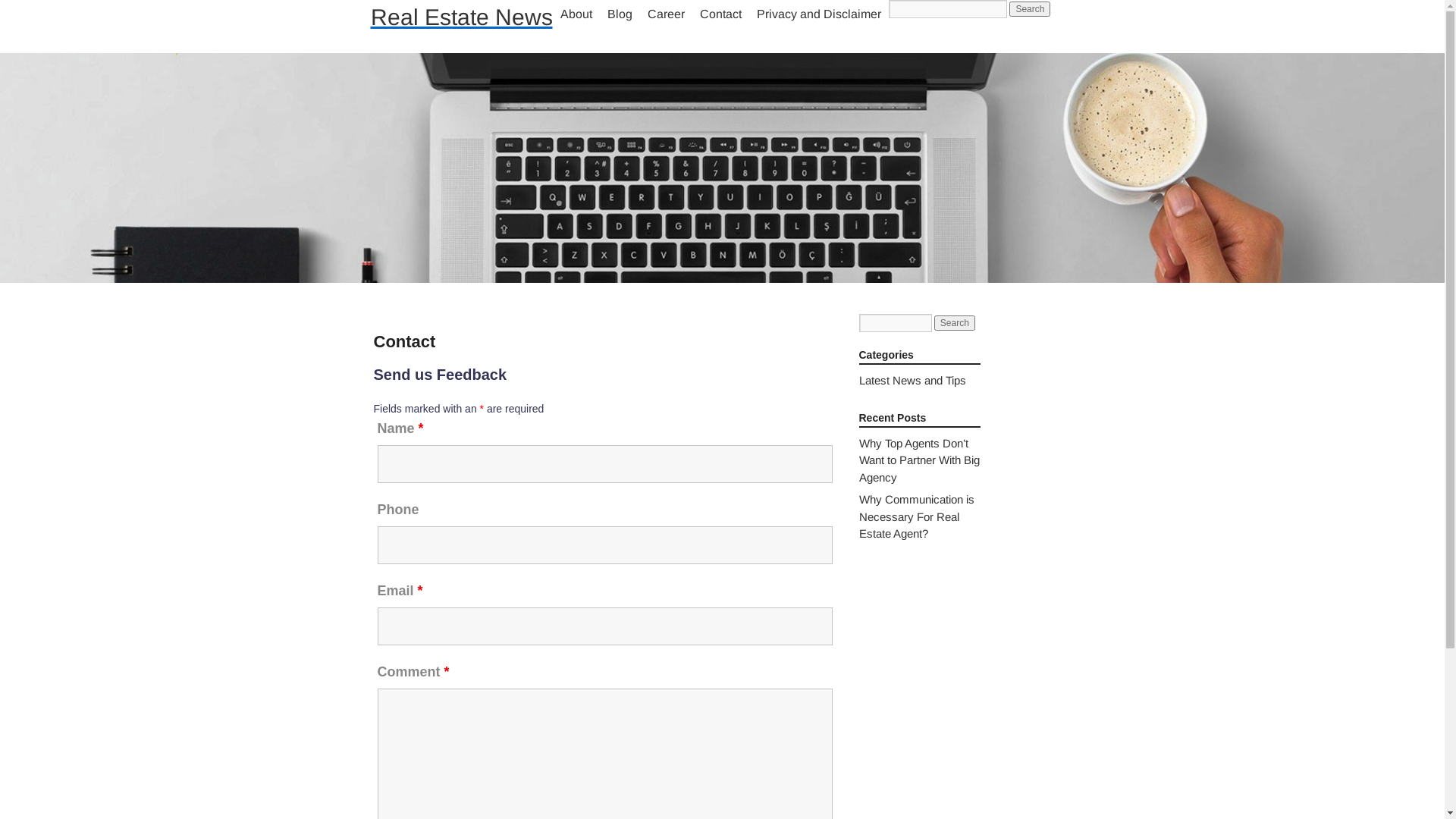 The width and height of the screenshot is (1456, 819). What do you see at coordinates (619, 14) in the screenshot?
I see `'Blog'` at bounding box center [619, 14].